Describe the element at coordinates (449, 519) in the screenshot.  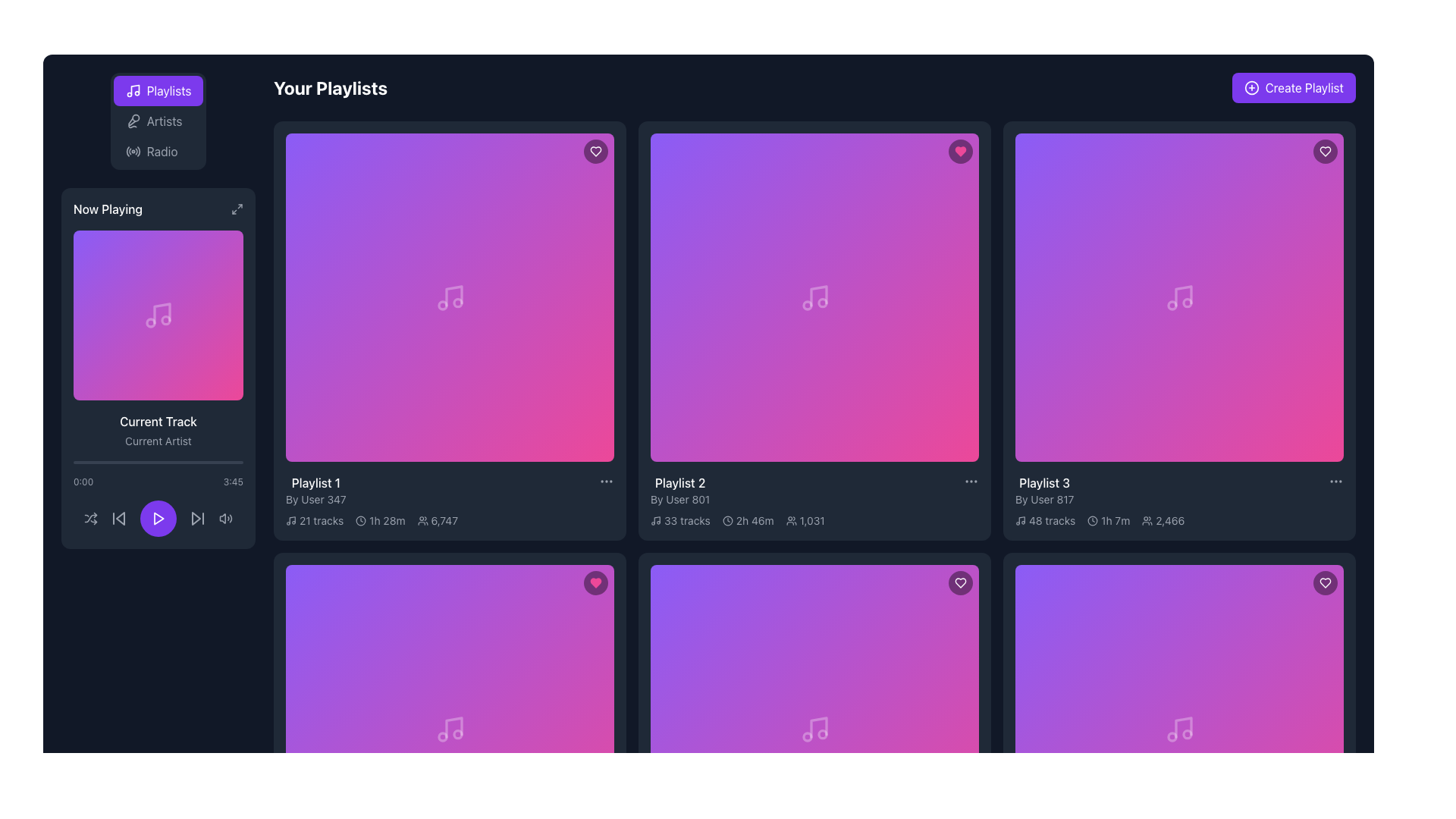
I see `metadata information displayed in the informational group located at the bottom of the 'Playlist 1' card, positioned to the left of the heart icon` at that location.